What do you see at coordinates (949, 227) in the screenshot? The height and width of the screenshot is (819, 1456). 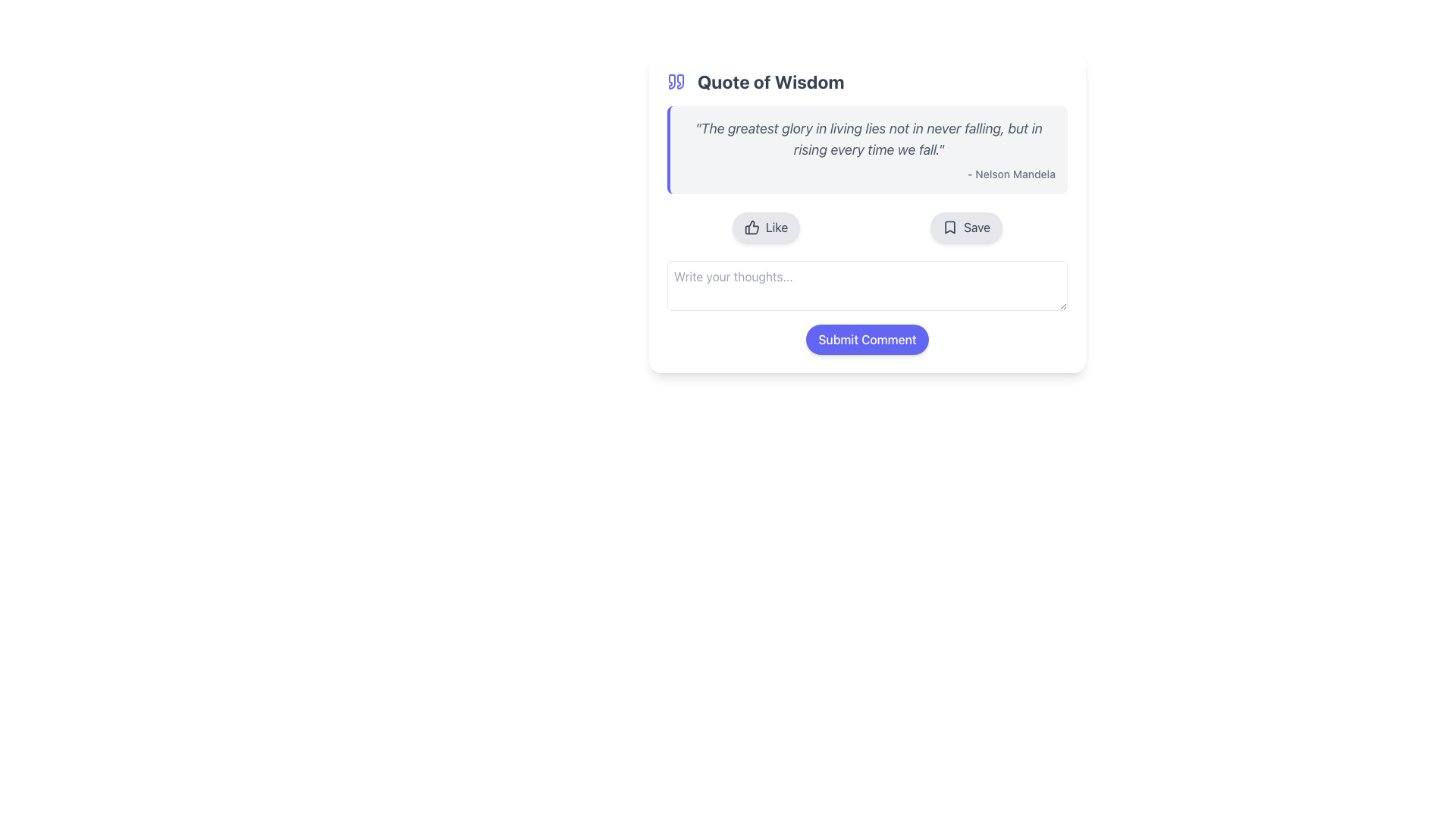 I see `the bookmark icon located inside the 'Save' button, which is positioned to the right of the 'Like' button under the quote section` at bounding box center [949, 227].